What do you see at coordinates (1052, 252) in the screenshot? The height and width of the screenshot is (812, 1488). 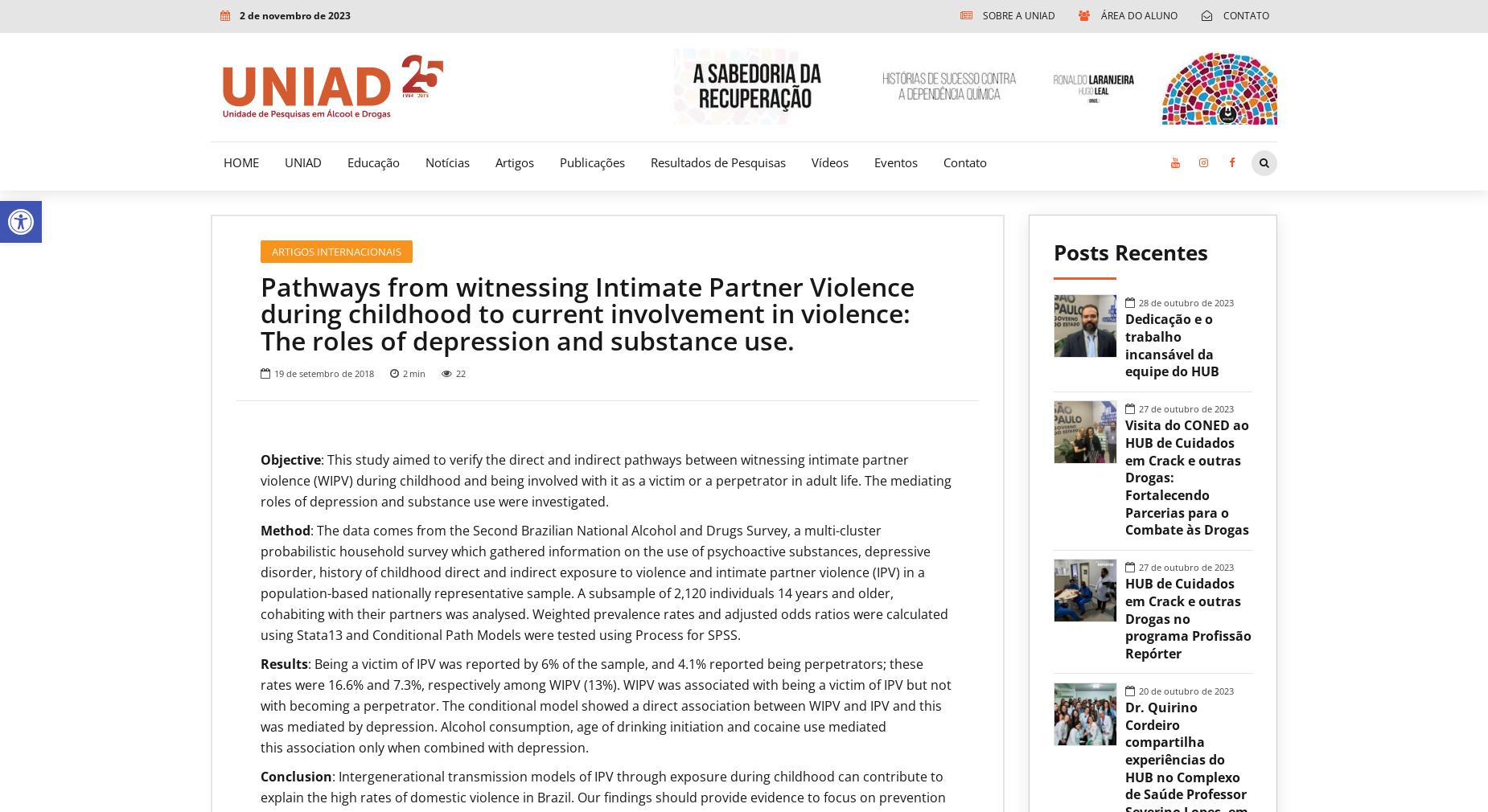 I see `'Posts Recentes'` at bounding box center [1052, 252].